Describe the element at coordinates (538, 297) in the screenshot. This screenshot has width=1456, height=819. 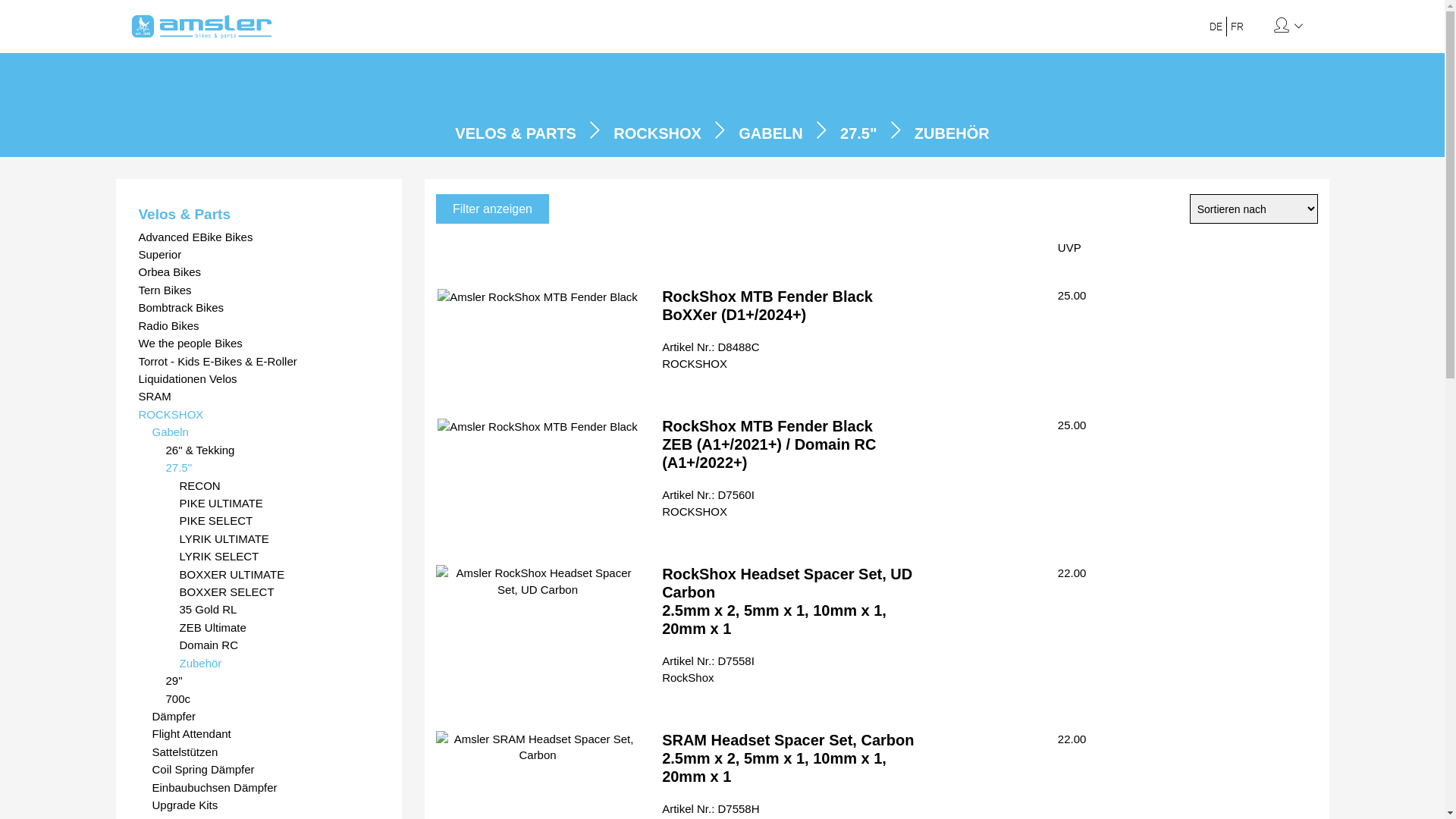
I see `'RockShox MTB Fender Black'` at that location.